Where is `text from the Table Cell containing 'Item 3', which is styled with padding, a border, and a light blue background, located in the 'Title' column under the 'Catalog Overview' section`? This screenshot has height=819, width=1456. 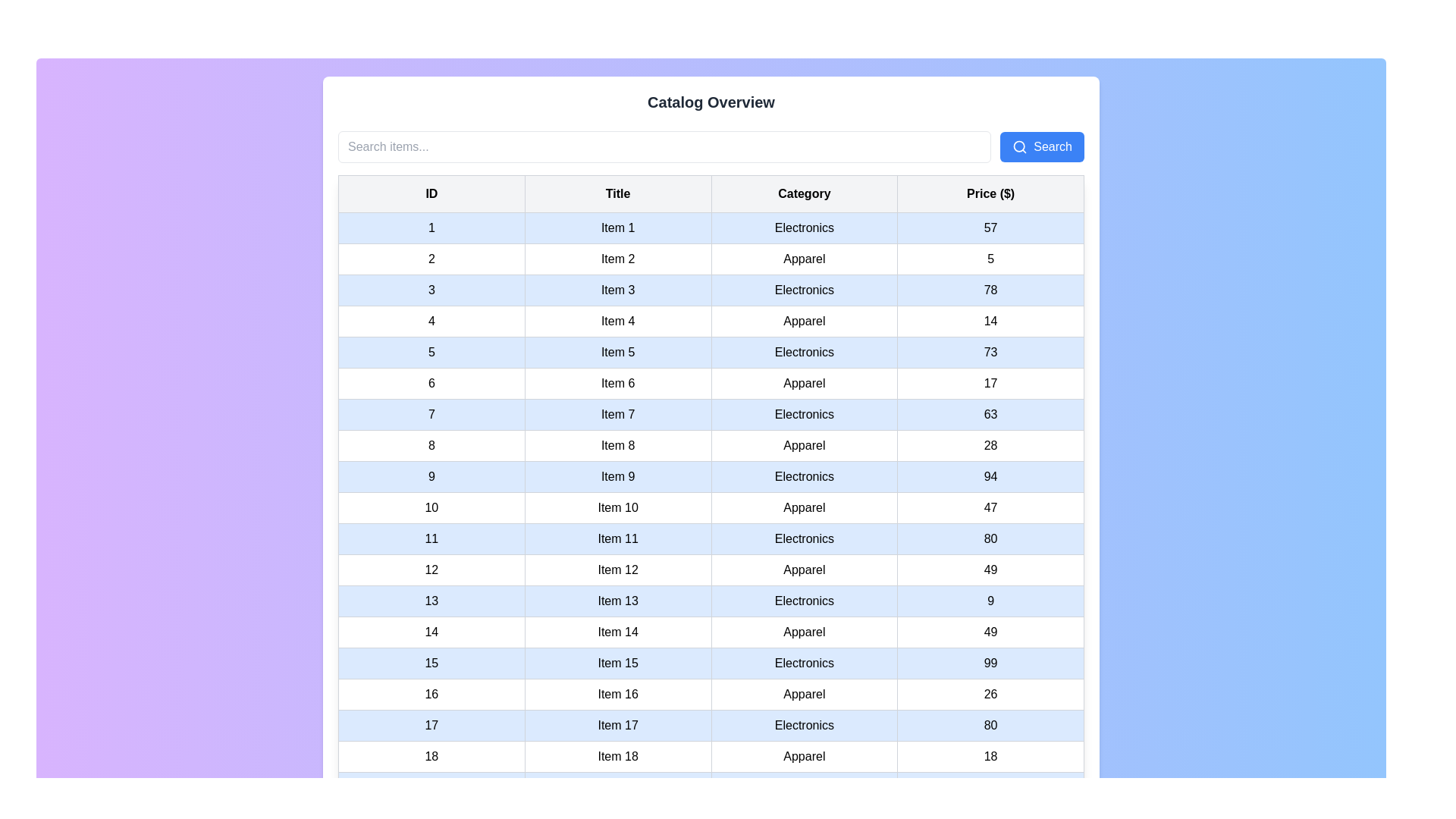 text from the Table Cell containing 'Item 3', which is styled with padding, a border, and a light blue background, located in the 'Title' column under the 'Catalog Overview' section is located at coordinates (618, 290).